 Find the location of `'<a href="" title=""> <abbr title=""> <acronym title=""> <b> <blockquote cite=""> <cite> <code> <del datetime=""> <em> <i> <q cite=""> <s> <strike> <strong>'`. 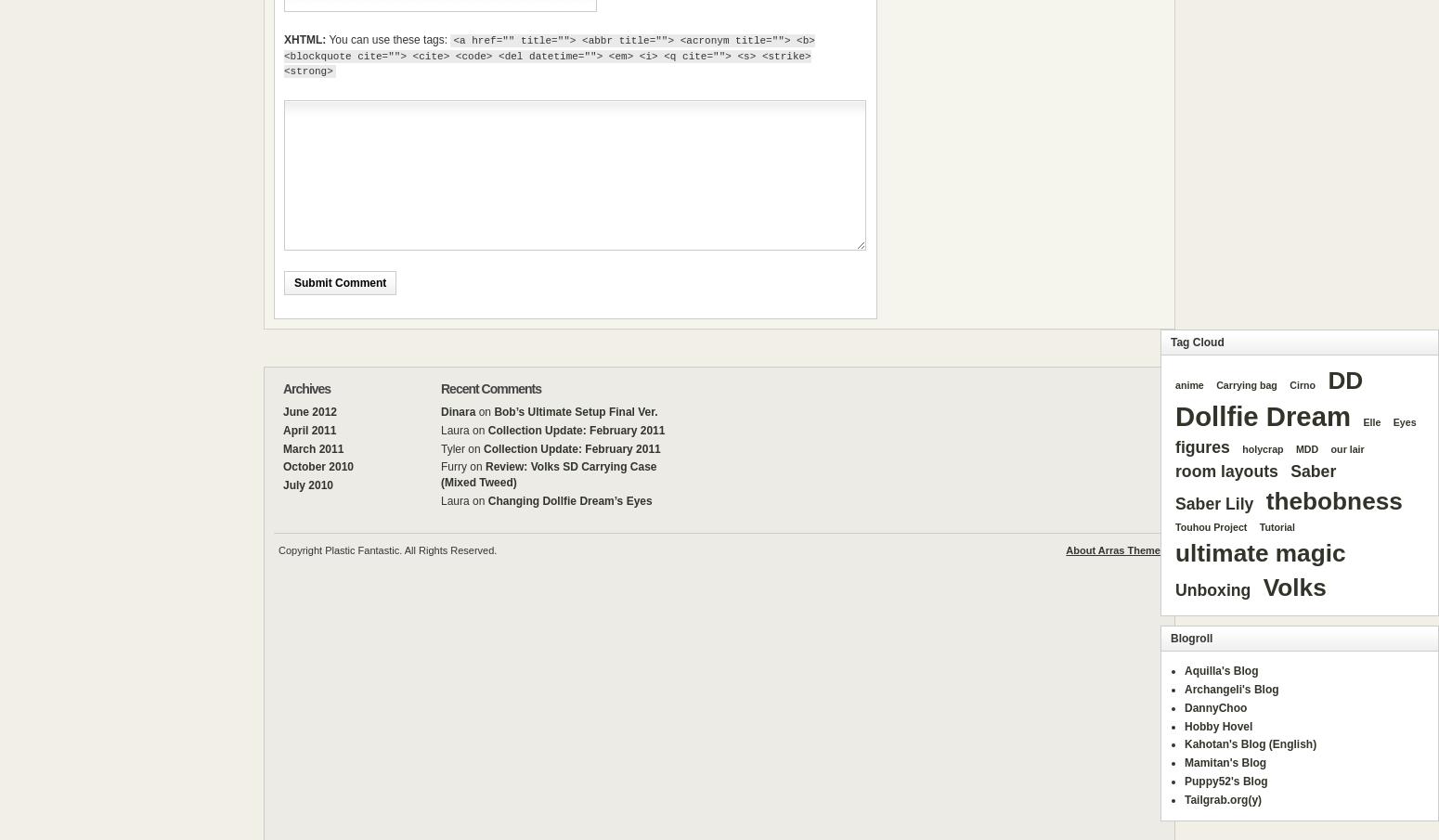

'<a href="" title=""> <abbr title=""> <acronym title=""> <b> <blockquote cite=""> <cite> <code> <del datetime=""> <em> <i> <q cite=""> <s> <strike> <strong>' is located at coordinates (549, 56).